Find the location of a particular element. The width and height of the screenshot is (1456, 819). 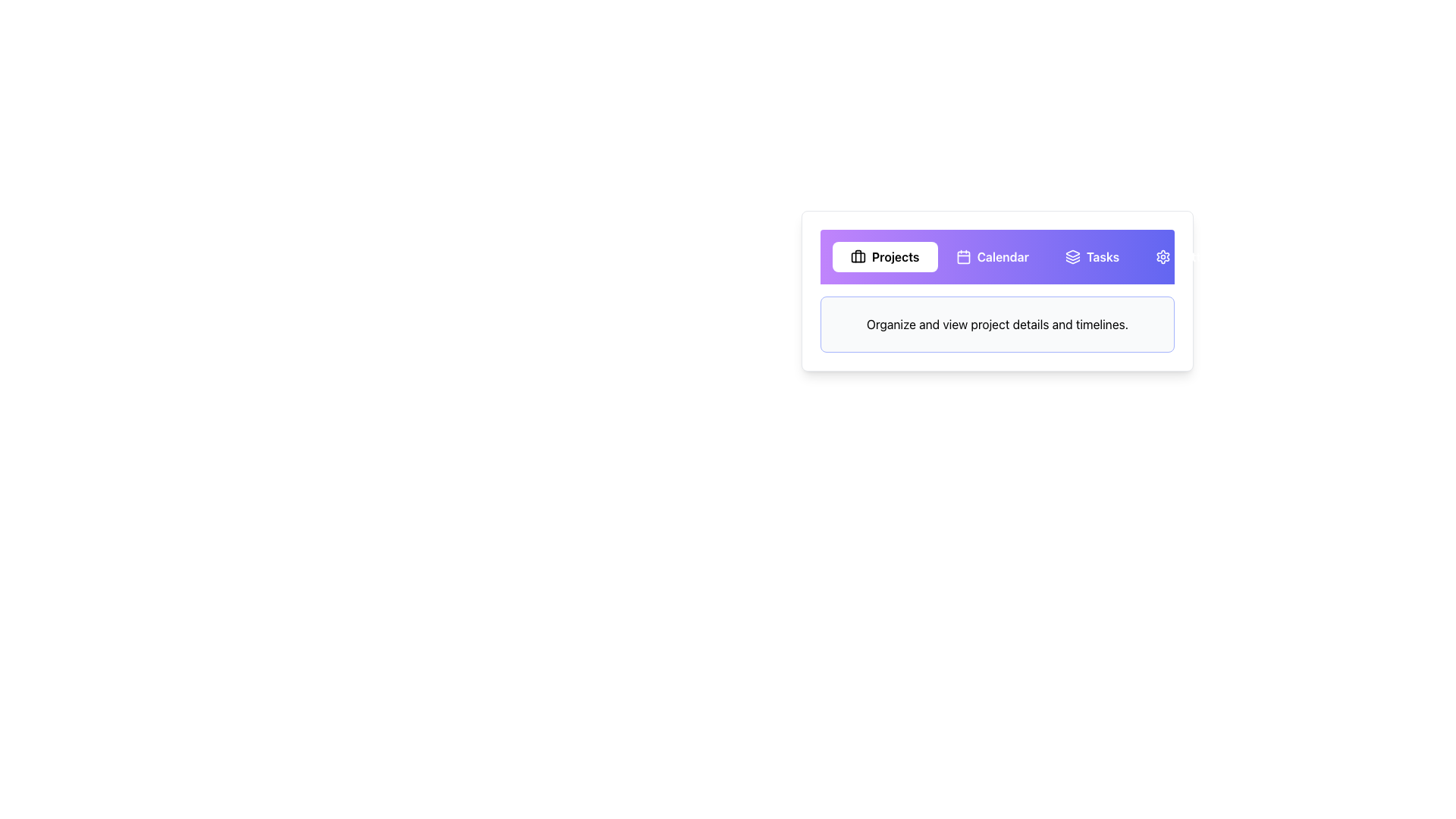

the Decorative SVG component located within the Projects button area of the briefcase icon, positioned slightly below the central vertical axis is located at coordinates (858, 256).